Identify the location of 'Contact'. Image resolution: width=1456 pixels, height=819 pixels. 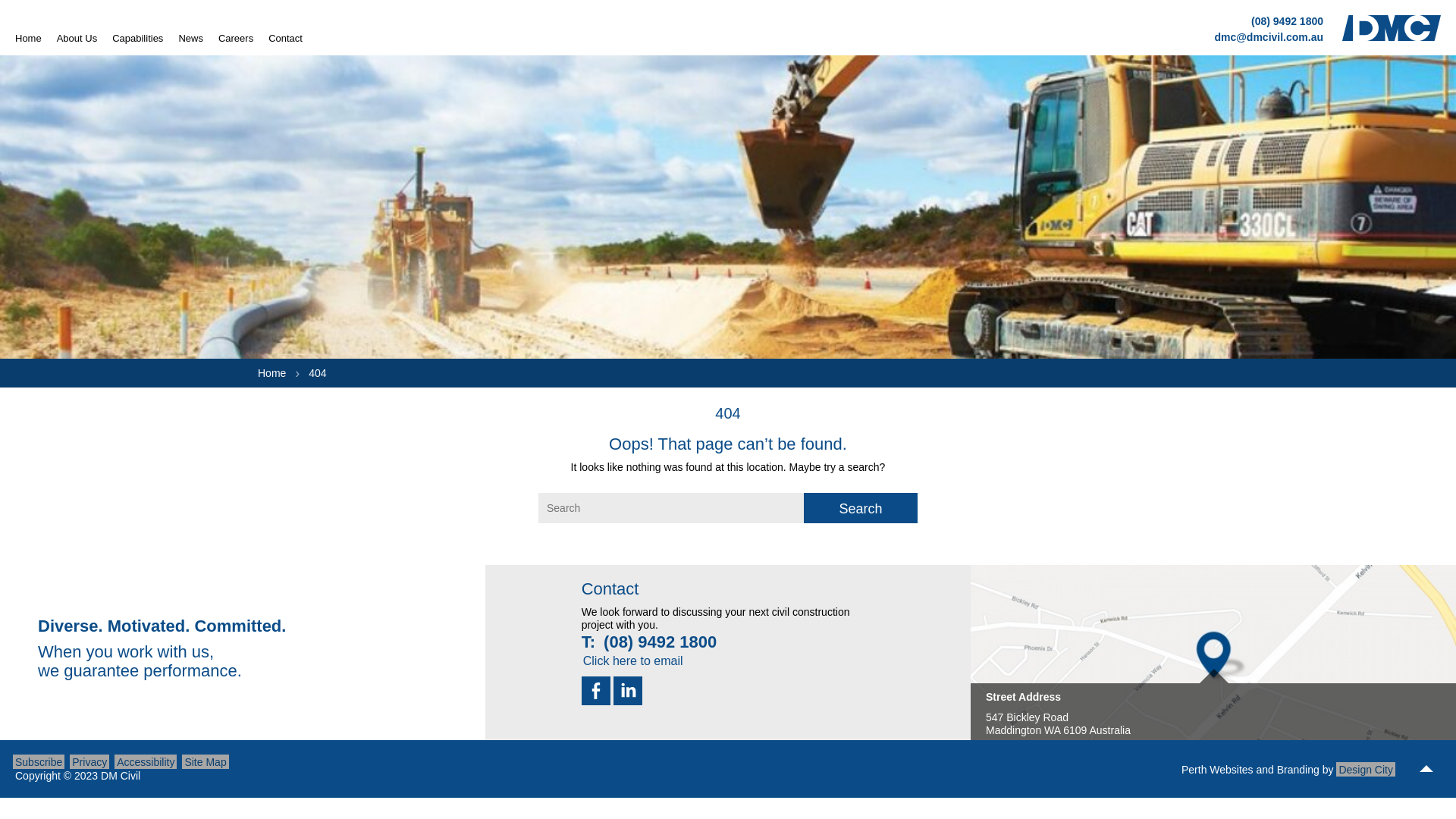
(285, 37).